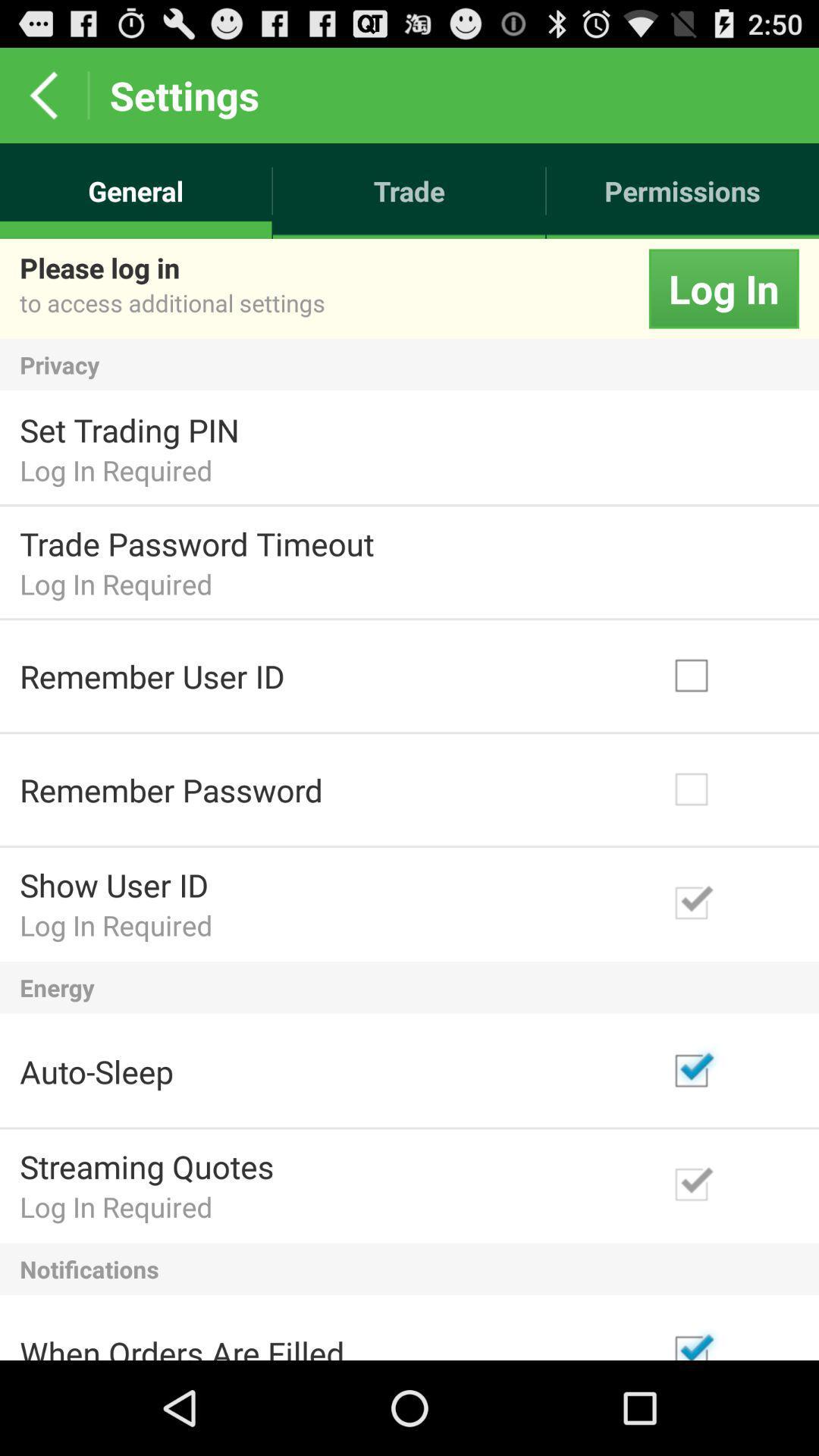 This screenshot has width=819, height=1456. What do you see at coordinates (409, 987) in the screenshot?
I see `the app below log in required icon` at bounding box center [409, 987].